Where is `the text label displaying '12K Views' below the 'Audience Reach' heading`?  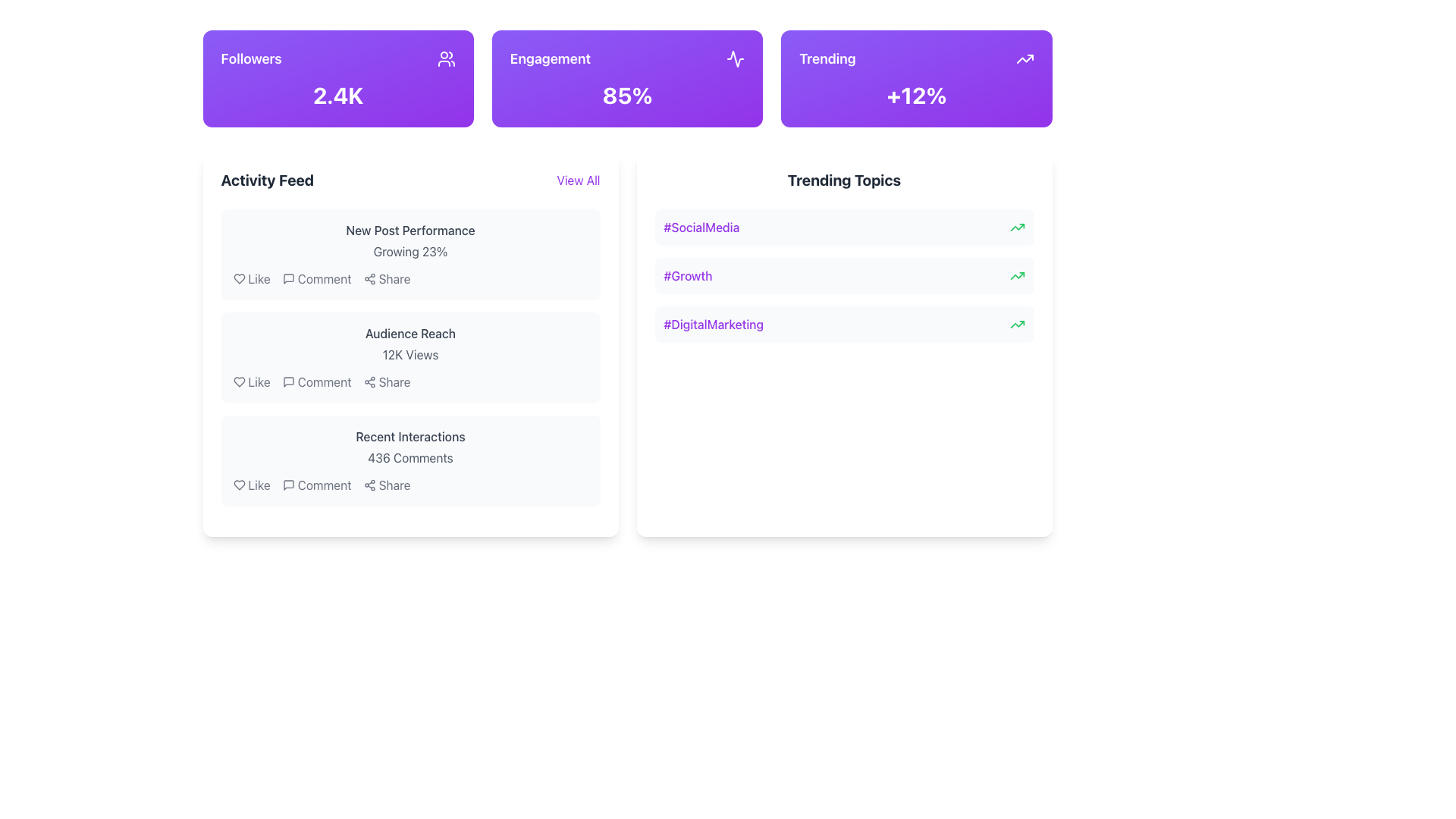 the text label displaying '12K Views' below the 'Audience Reach' heading is located at coordinates (410, 354).